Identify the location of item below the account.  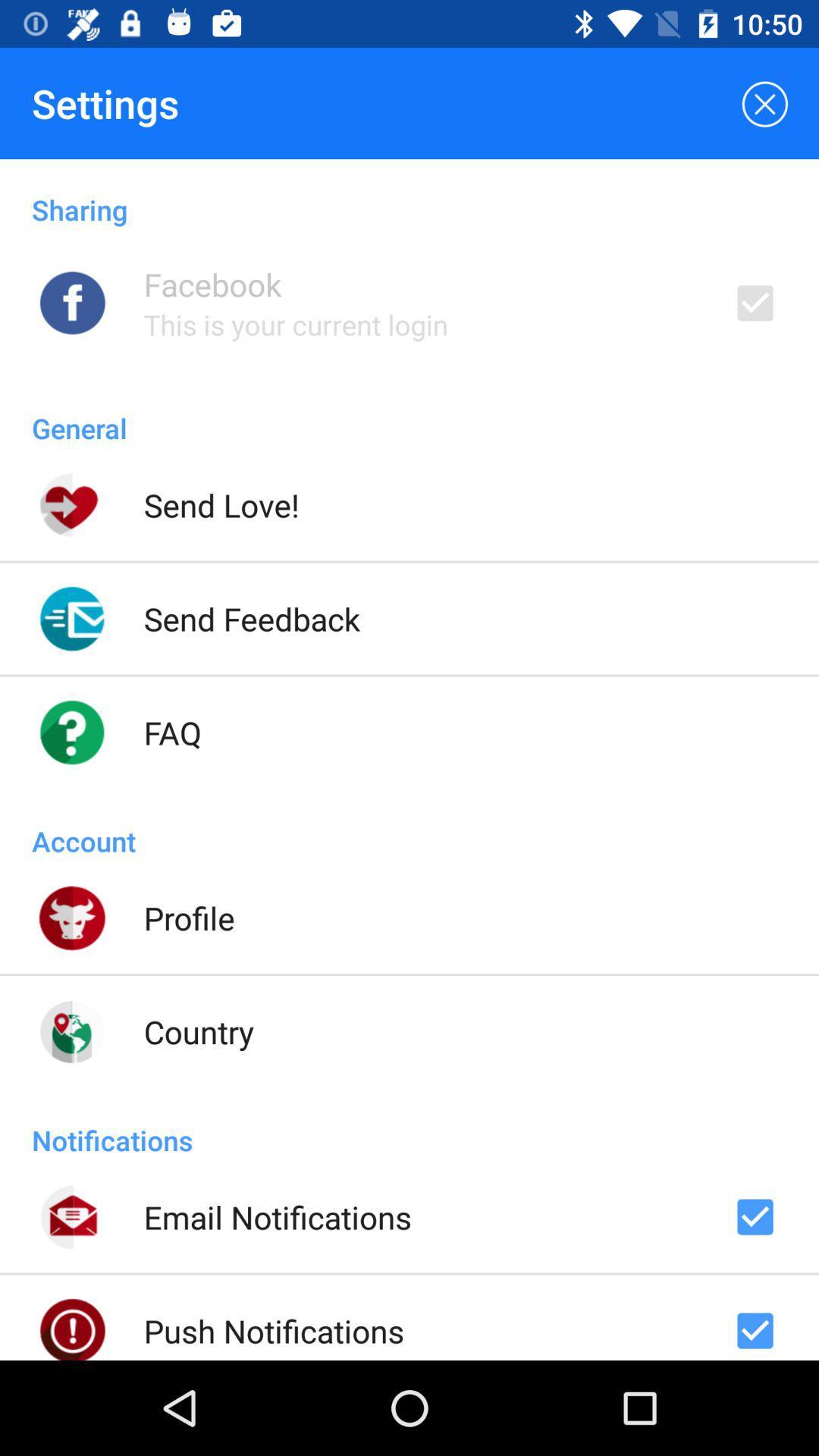
(188, 917).